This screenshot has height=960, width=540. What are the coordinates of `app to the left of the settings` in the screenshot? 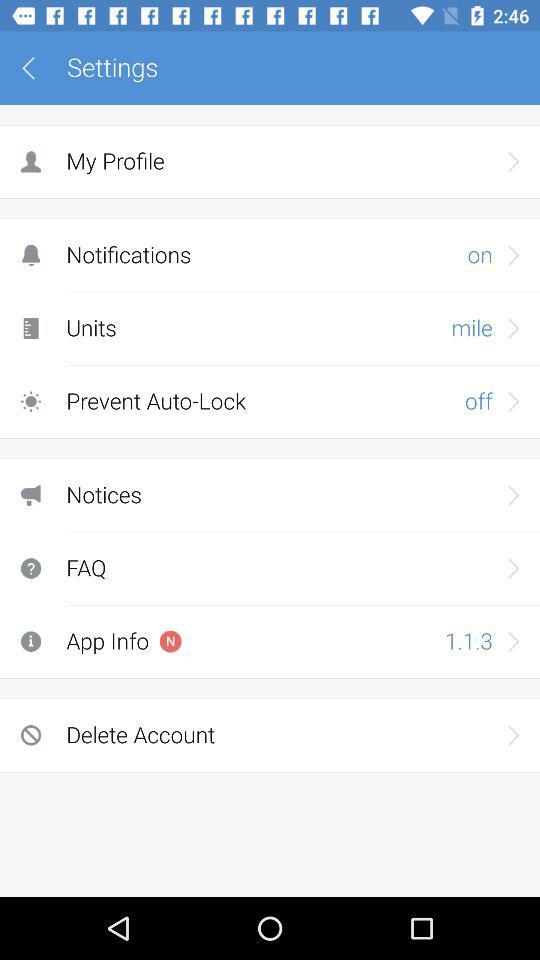 It's located at (35, 68).